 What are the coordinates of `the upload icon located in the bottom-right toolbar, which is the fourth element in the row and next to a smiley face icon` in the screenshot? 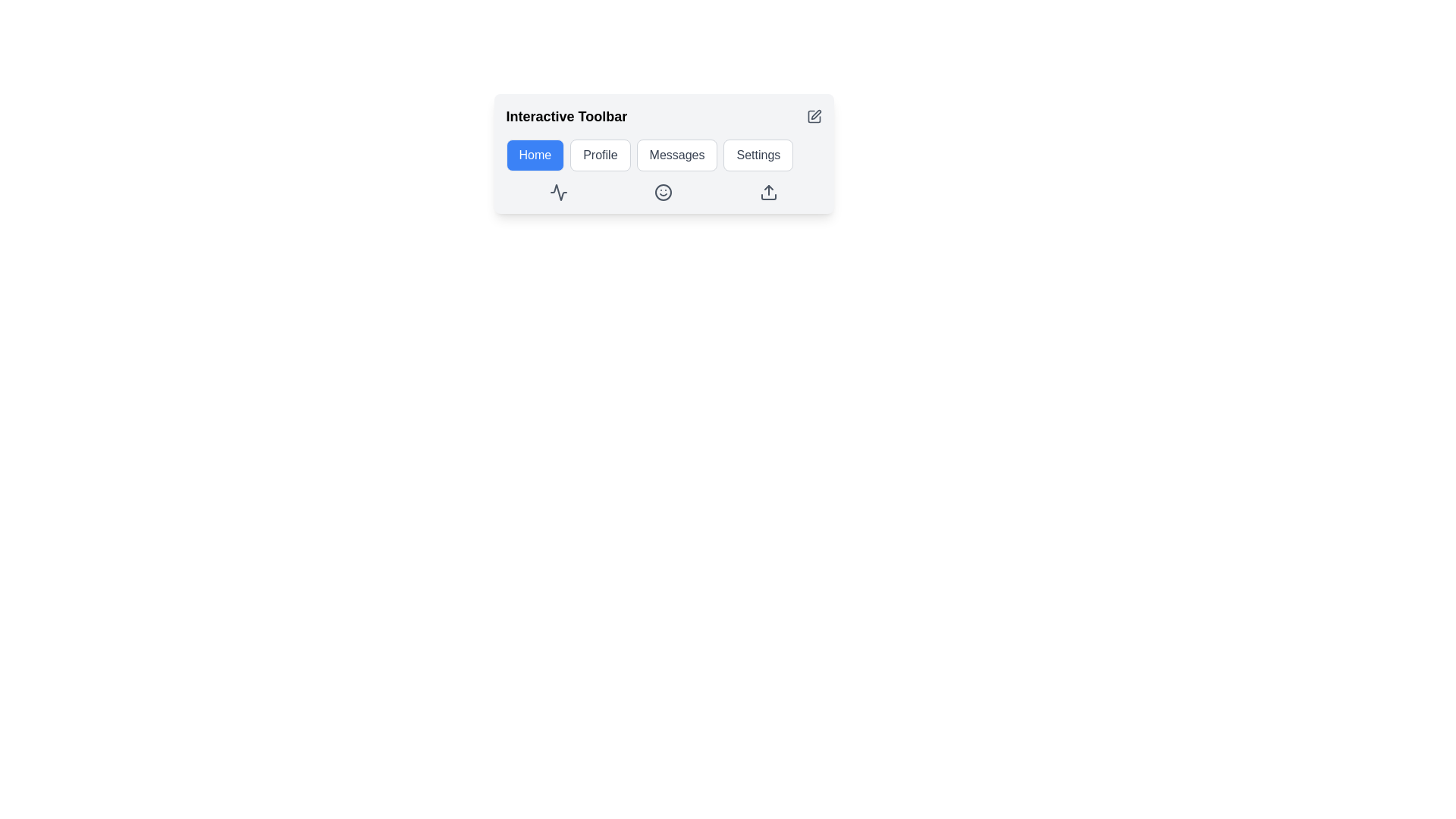 It's located at (768, 192).